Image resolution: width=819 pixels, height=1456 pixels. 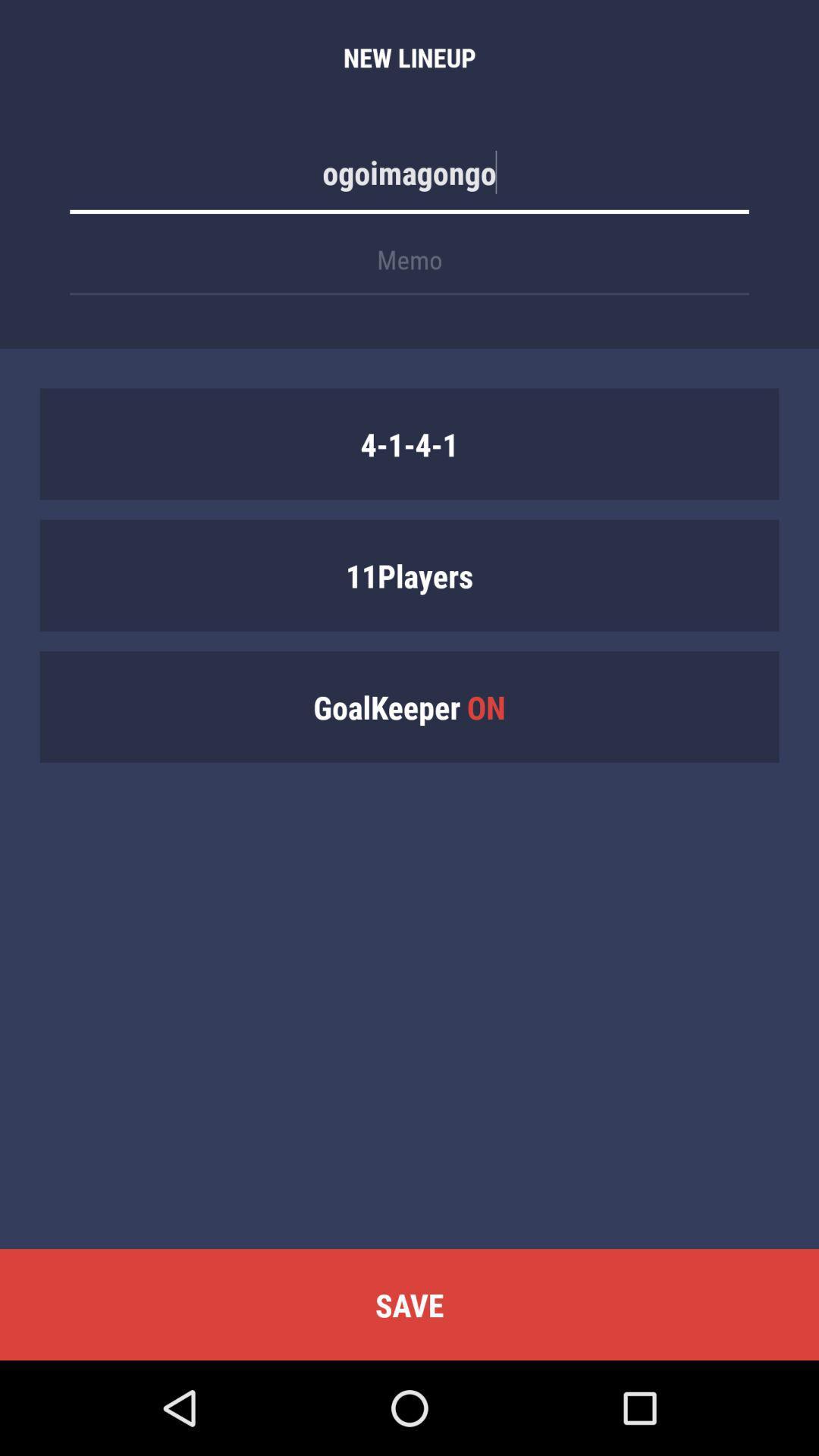 I want to click on the 4 1 4 icon, so click(x=409, y=443).